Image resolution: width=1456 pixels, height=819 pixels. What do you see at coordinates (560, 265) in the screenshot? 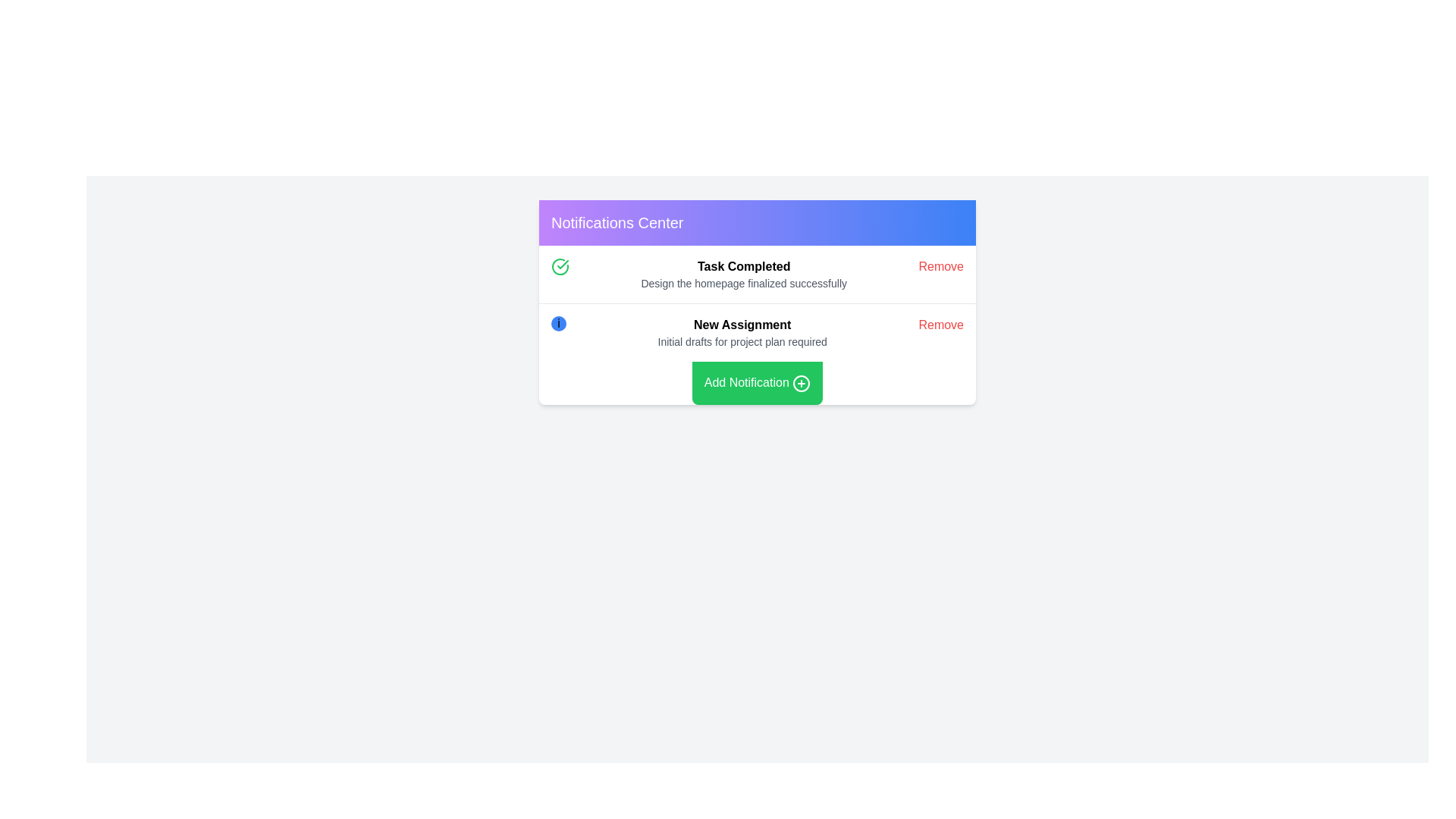
I see `SVG icon indicating a completed task, which is located within the 'Task Completed' notification element, positioned to the far left of the row containing the task details` at bounding box center [560, 265].